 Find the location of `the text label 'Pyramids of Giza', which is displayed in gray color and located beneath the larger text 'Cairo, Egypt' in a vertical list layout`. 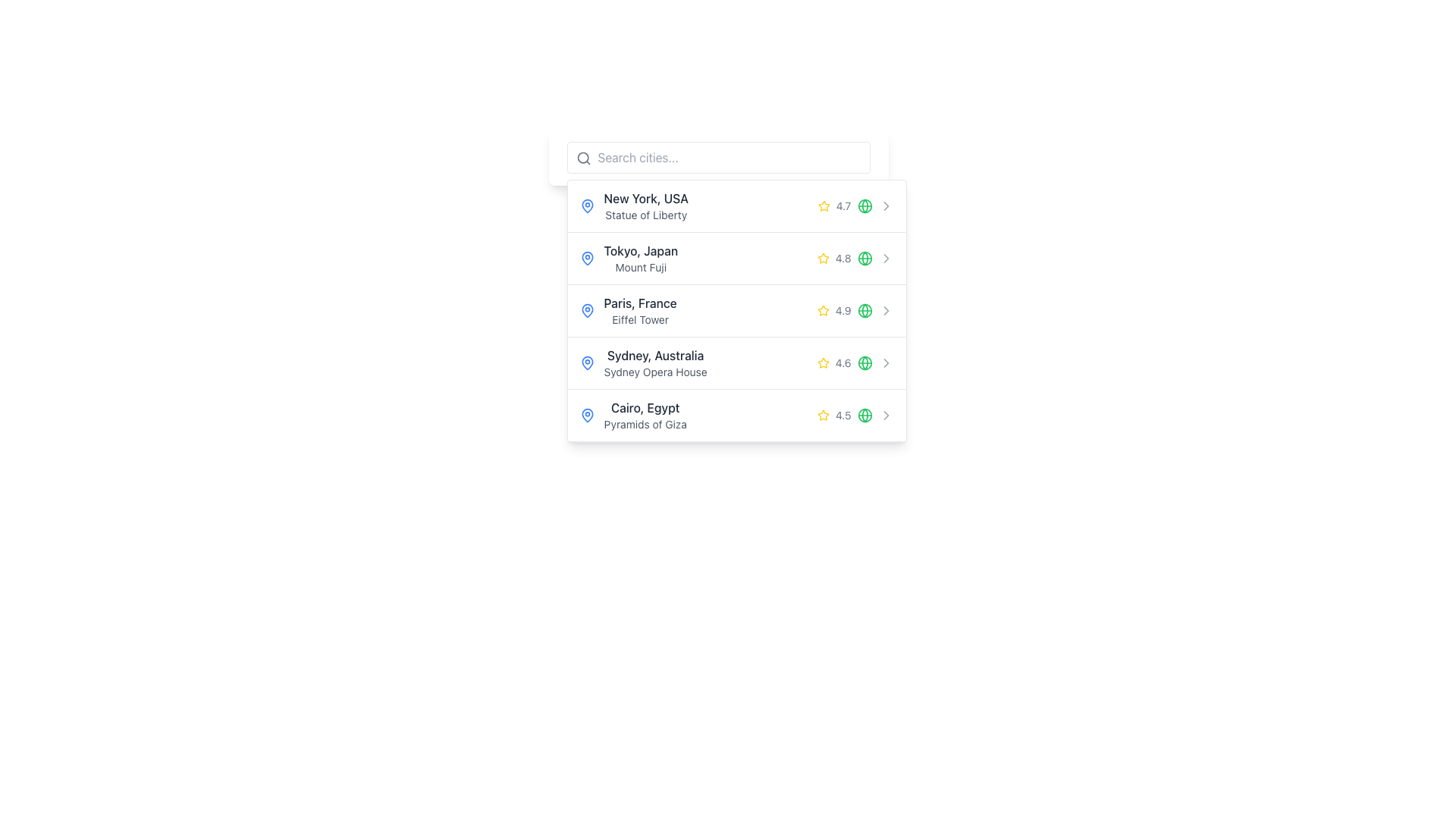

the text label 'Pyramids of Giza', which is displayed in gray color and located beneath the larger text 'Cairo, Egypt' in a vertical list layout is located at coordinates (645, 424).